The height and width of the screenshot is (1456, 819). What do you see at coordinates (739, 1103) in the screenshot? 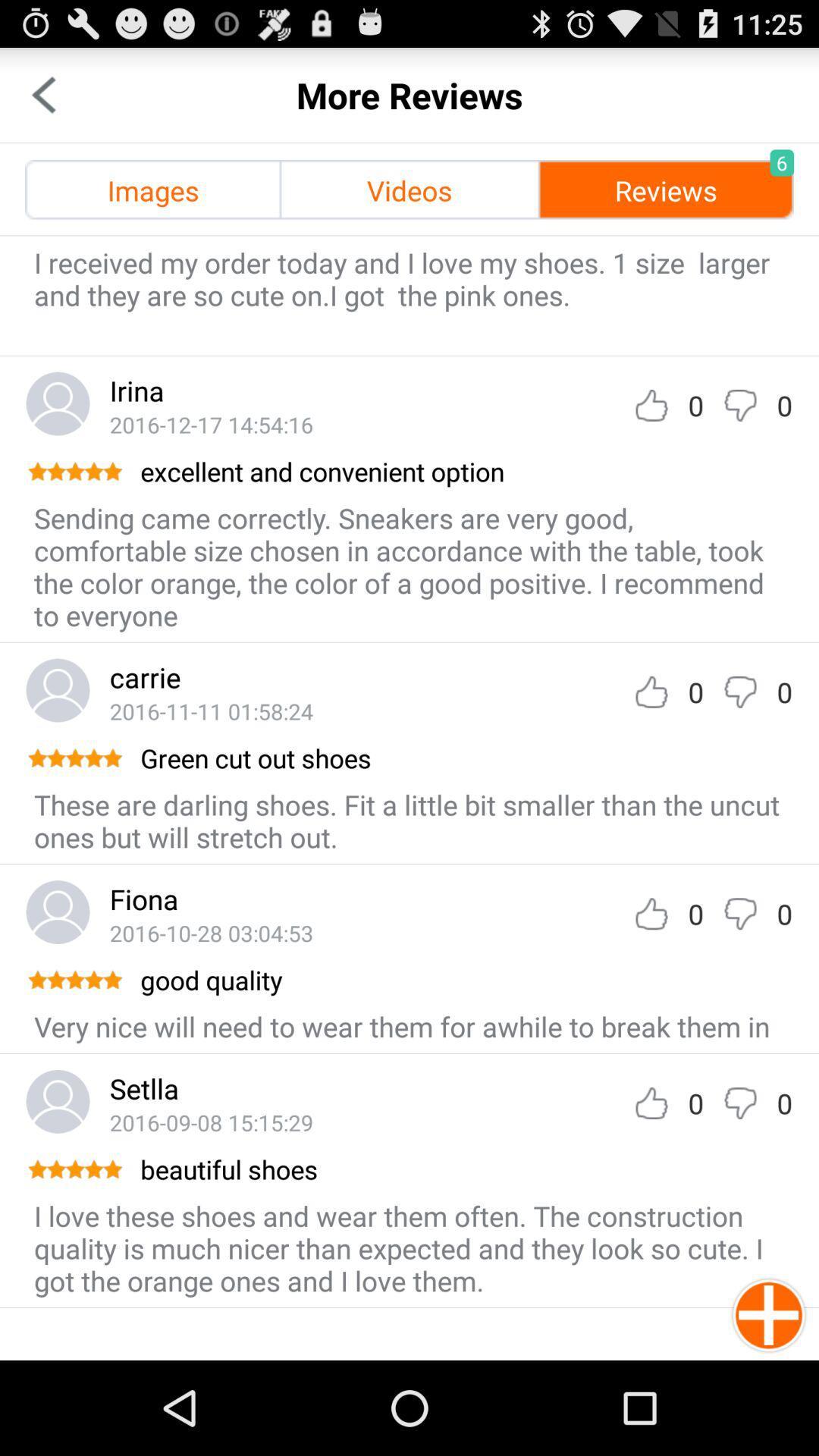
I see `click dislike symbol` at bounding box center [739, 1103].